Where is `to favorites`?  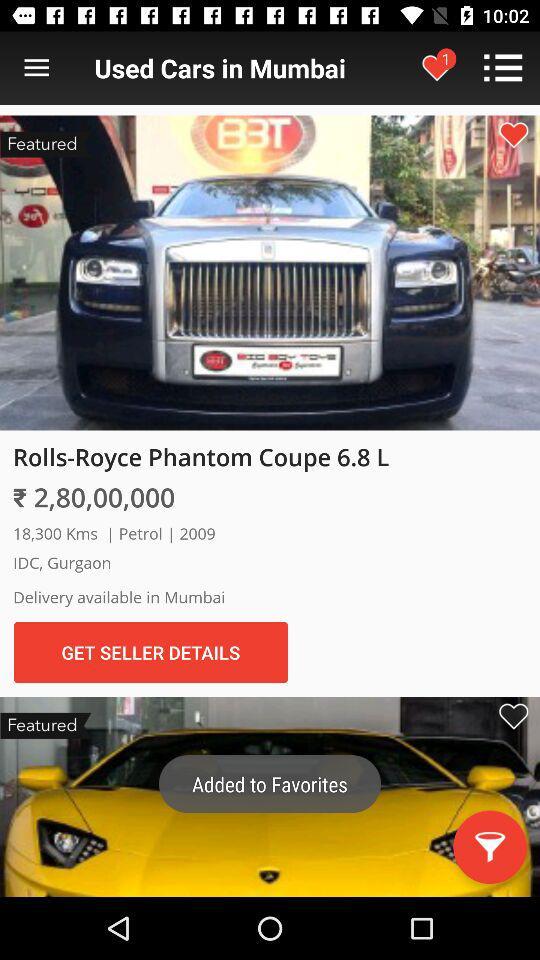 to favorites is located at coordinates (513, 134).